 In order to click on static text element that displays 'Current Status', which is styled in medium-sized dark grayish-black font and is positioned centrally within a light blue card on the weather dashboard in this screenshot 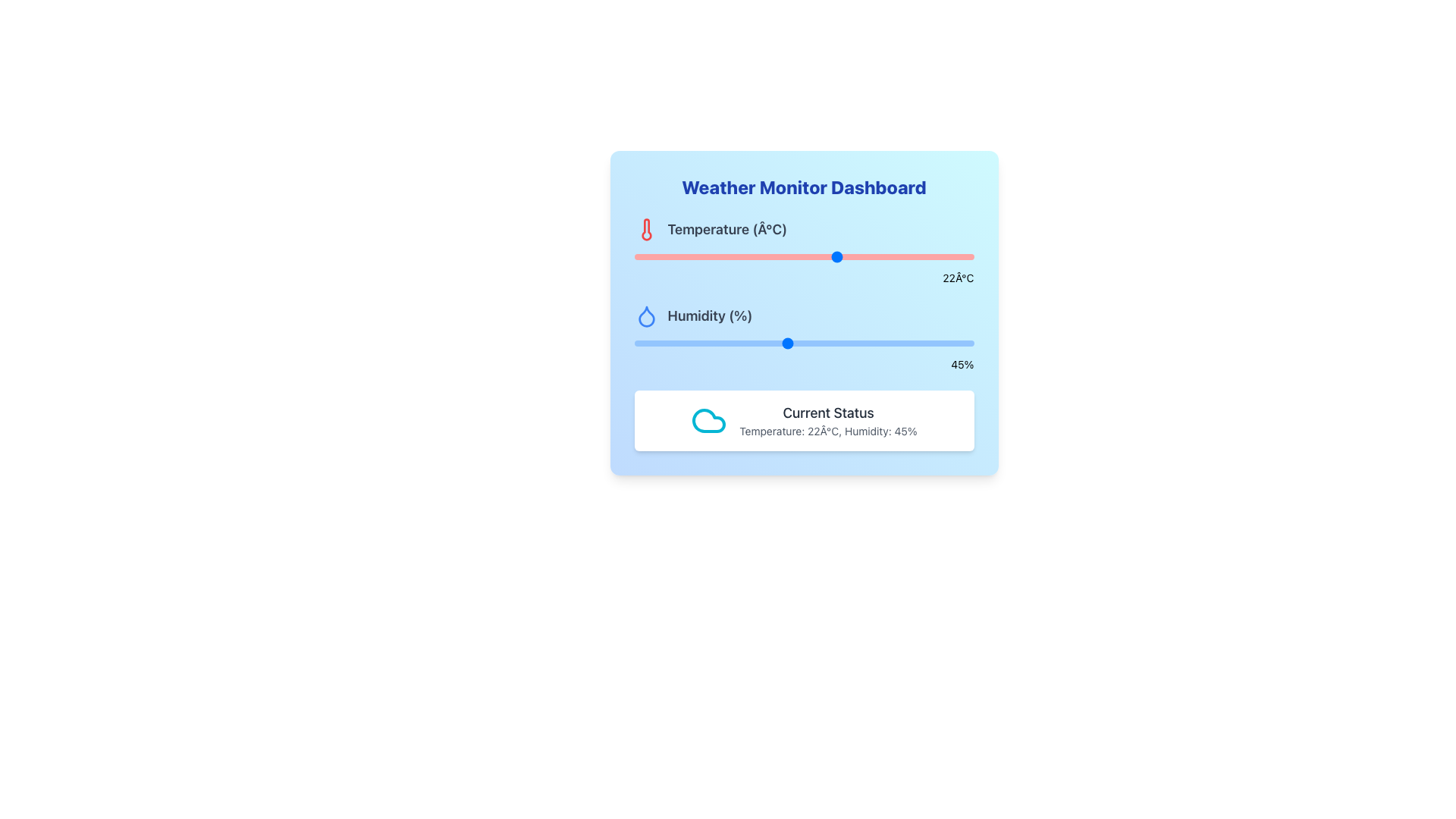, I will do `click(827, 413)`.